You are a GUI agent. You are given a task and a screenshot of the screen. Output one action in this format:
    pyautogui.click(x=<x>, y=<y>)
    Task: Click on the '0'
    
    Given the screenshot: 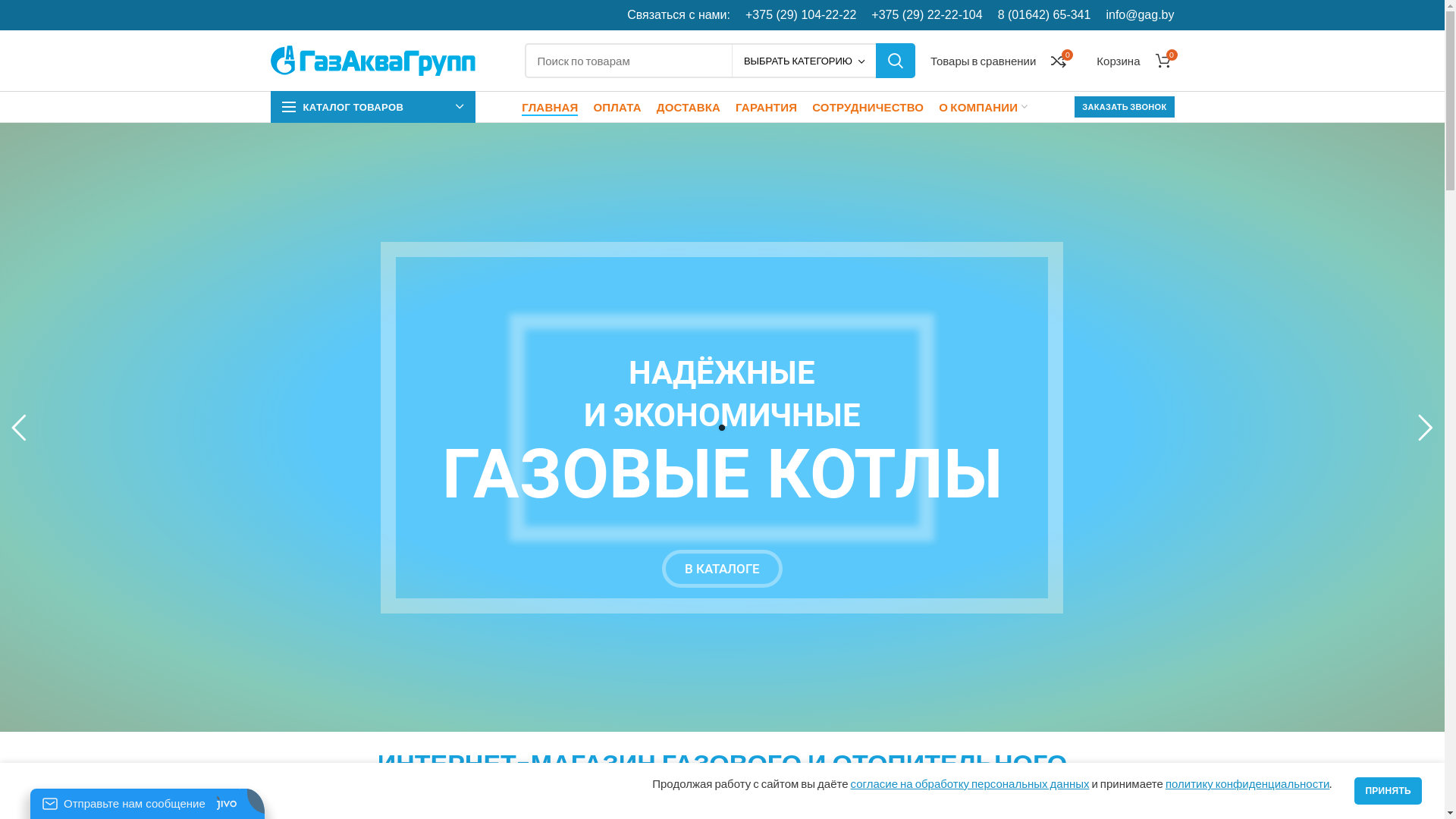 What is the action you would take?
    pyautogui.click(x=1058, y=60)
    